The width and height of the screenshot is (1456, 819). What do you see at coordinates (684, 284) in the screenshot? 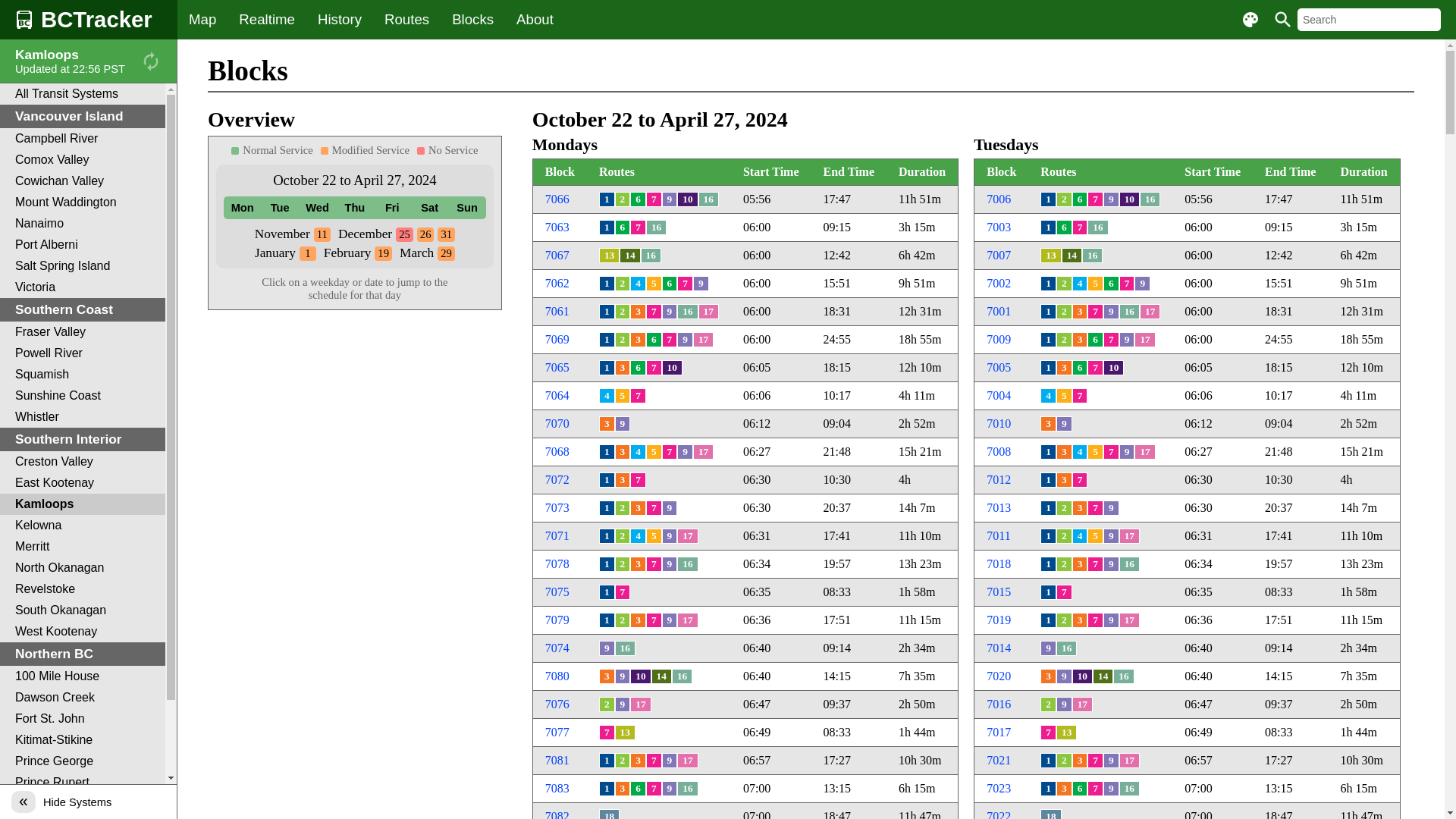
I see `'7'` at bounding box center [684, 284].